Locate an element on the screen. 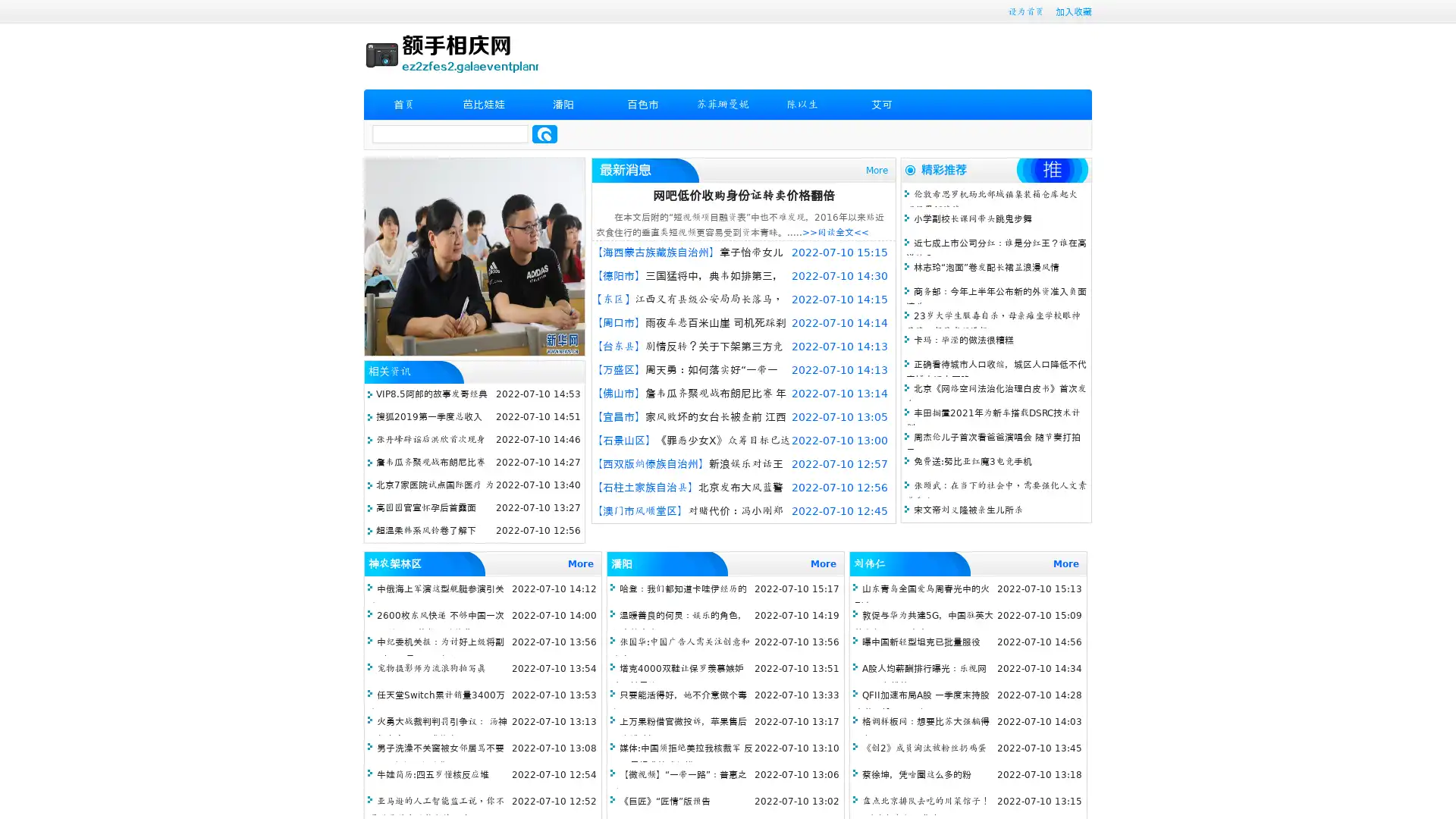 The image size is (1456, 819). Search is located at coordinates (544, 133).